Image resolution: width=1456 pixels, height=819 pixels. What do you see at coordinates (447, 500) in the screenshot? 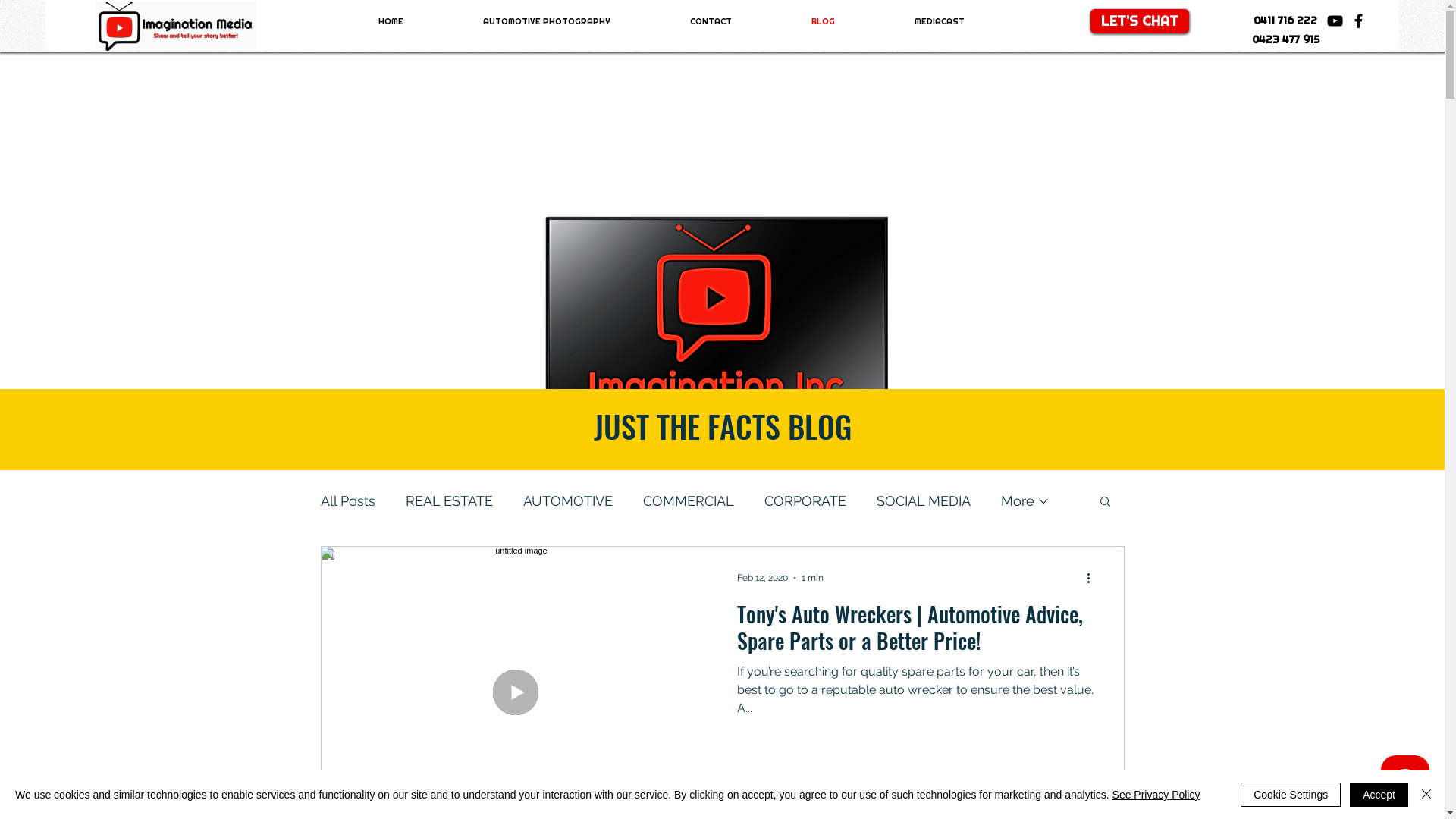
I see `'REAL ESTATE'` at bounding box center [447, 500].